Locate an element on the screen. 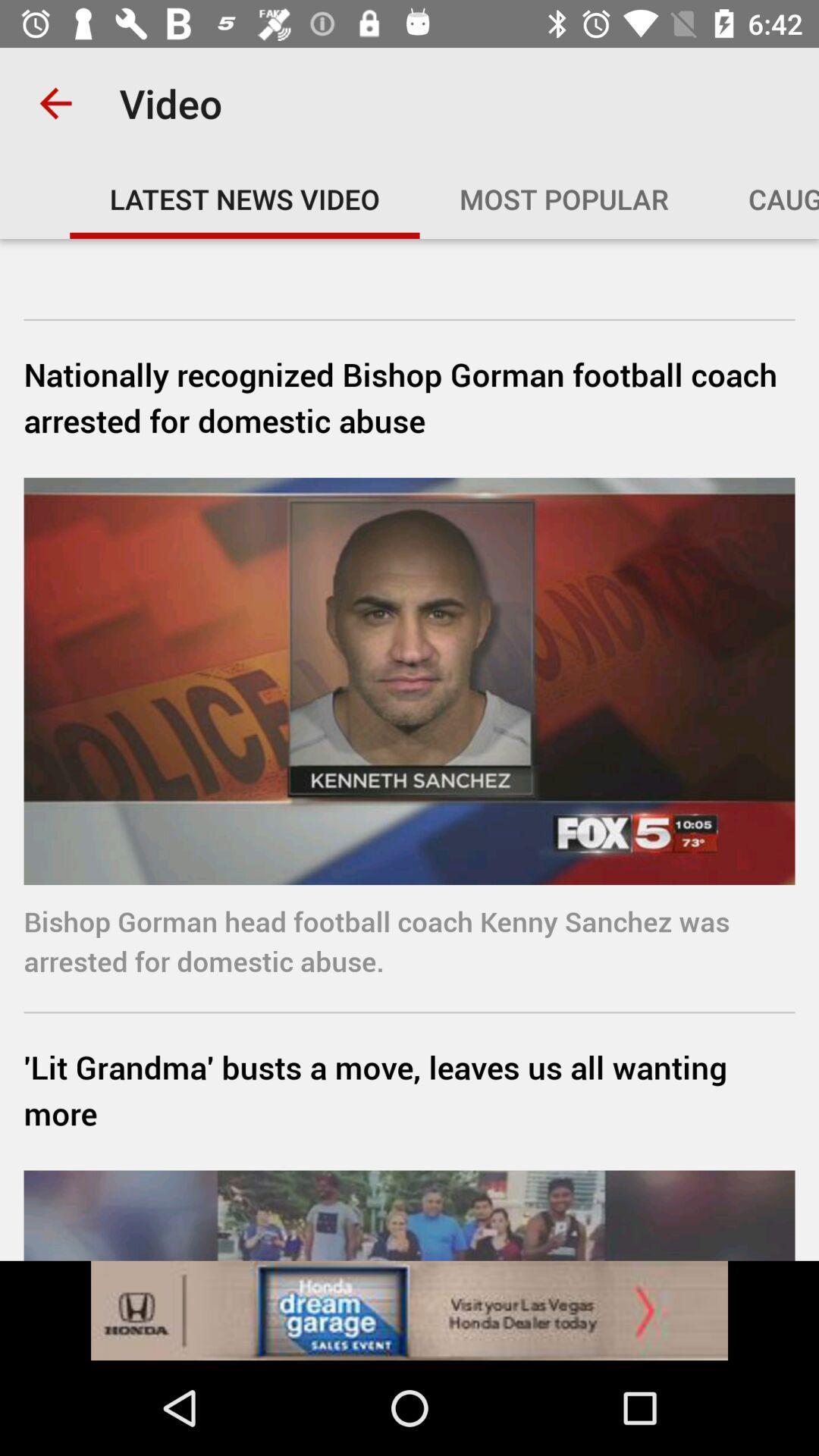 The image size is (819, 1456). advertisement adding button is located at coordinates (409, 1310).